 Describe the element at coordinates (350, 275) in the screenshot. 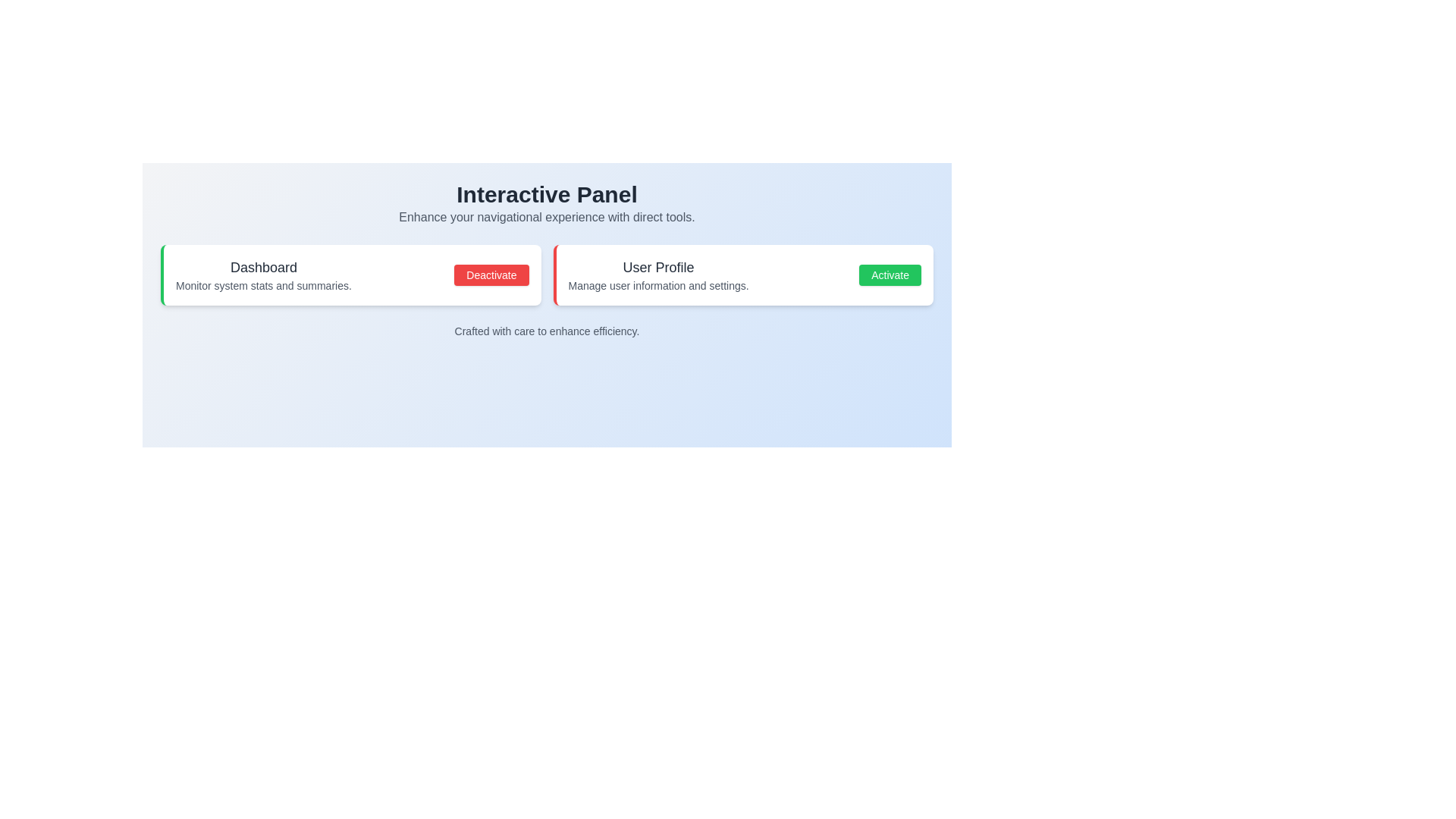

I see `the 'Deactivate' button located in the left half of the two-column grid layout, which presents a summary of system statistics` at that location.